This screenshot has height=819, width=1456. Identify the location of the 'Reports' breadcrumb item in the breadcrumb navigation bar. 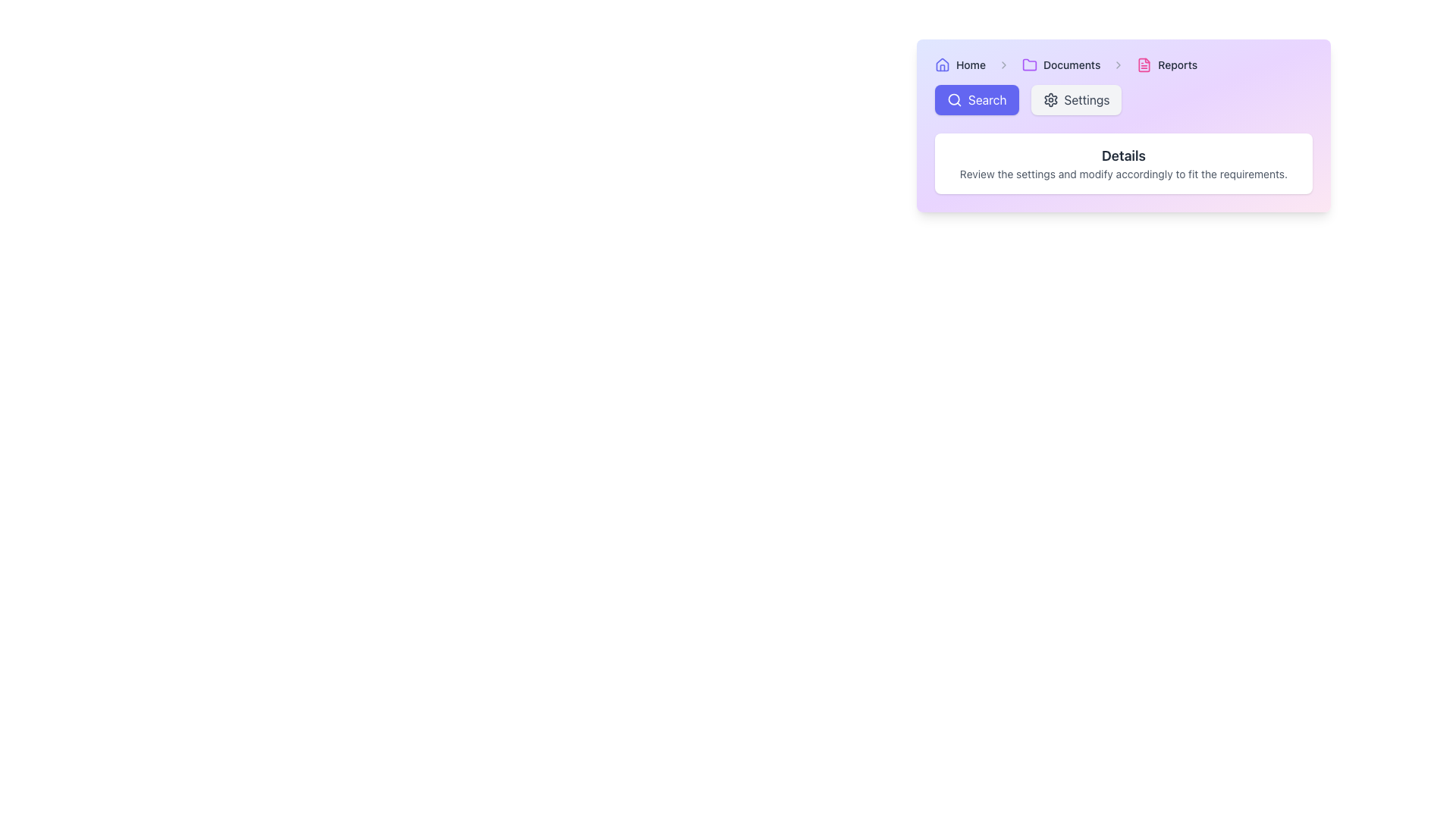
(1166, 64).